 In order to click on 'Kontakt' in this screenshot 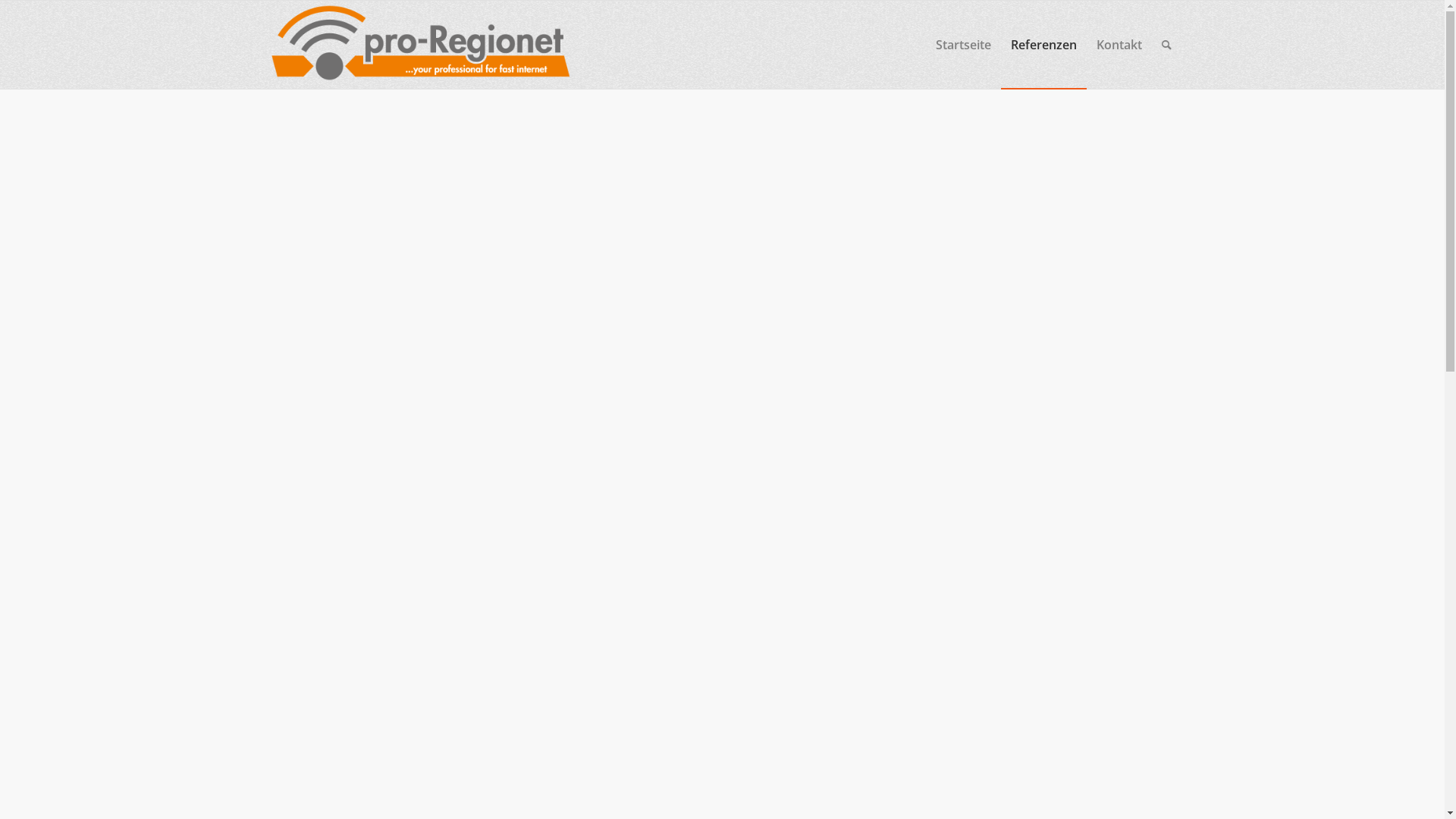, I will do `click(1084, 43)`.